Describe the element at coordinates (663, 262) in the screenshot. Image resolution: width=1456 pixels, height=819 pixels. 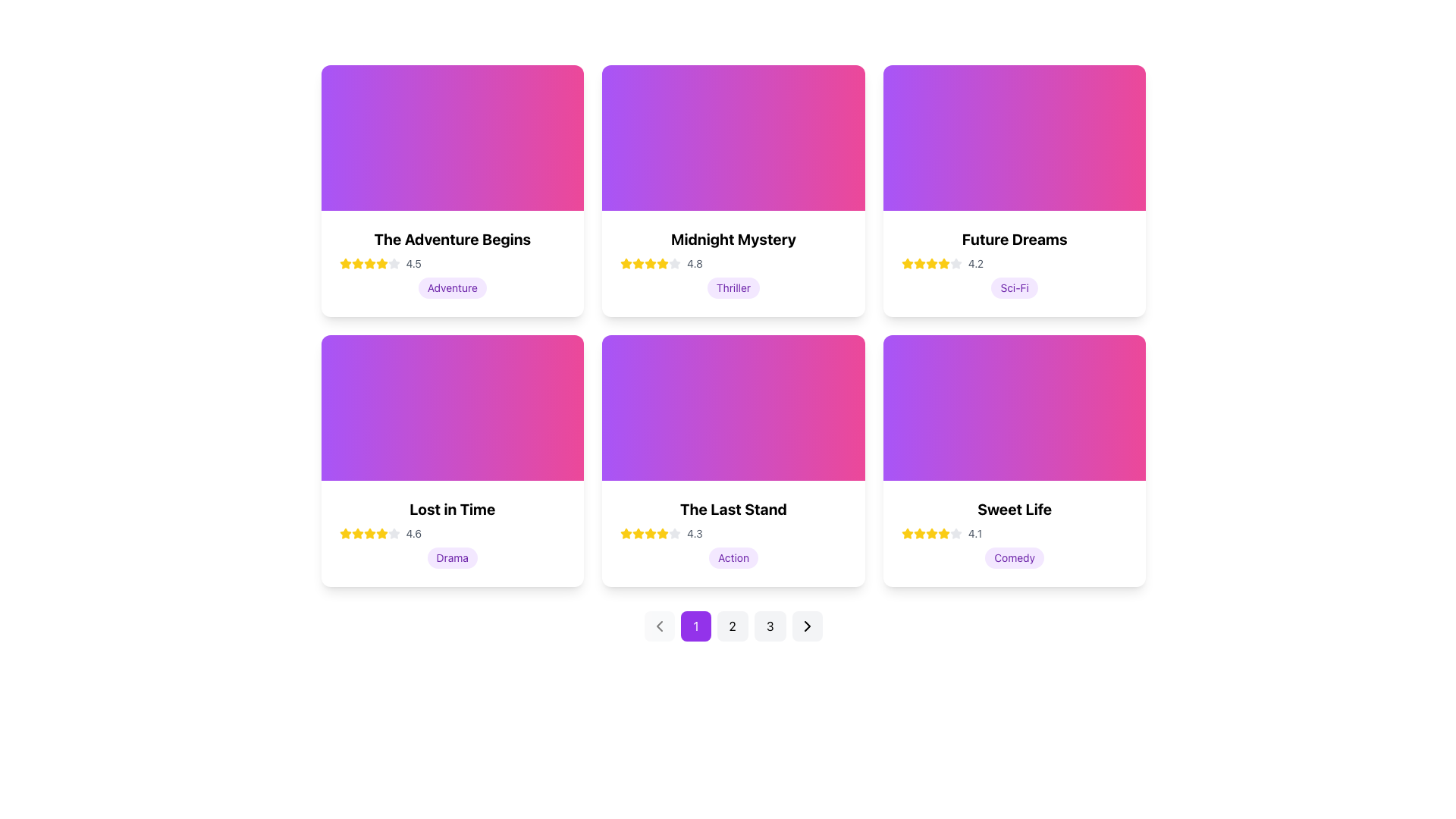
I see `the yellow star-shaped rating icon located in the second column of the rating row below the 'Midnight Mystery' card to focus on it` at that location.